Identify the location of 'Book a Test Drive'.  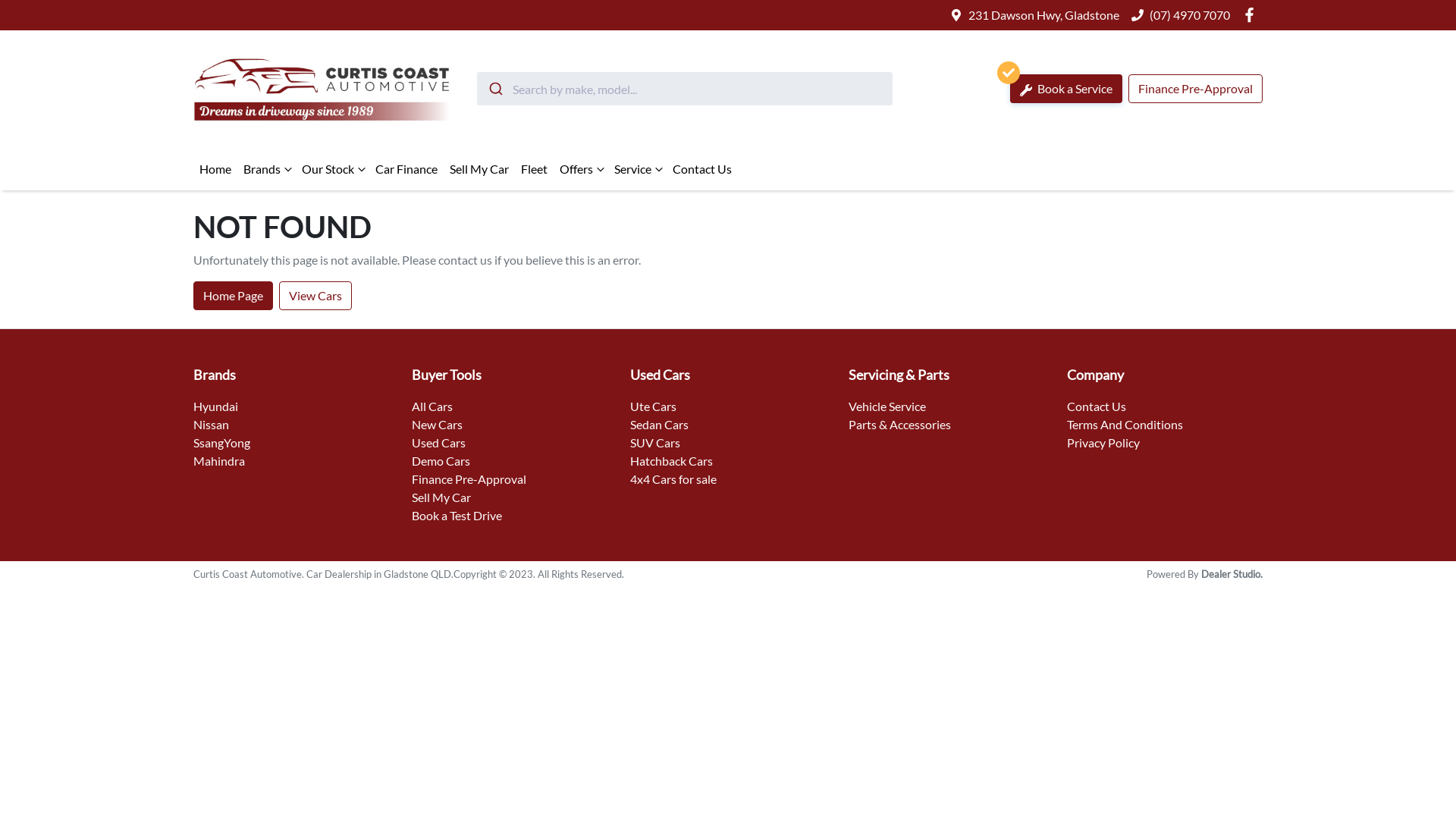
(456, 514).